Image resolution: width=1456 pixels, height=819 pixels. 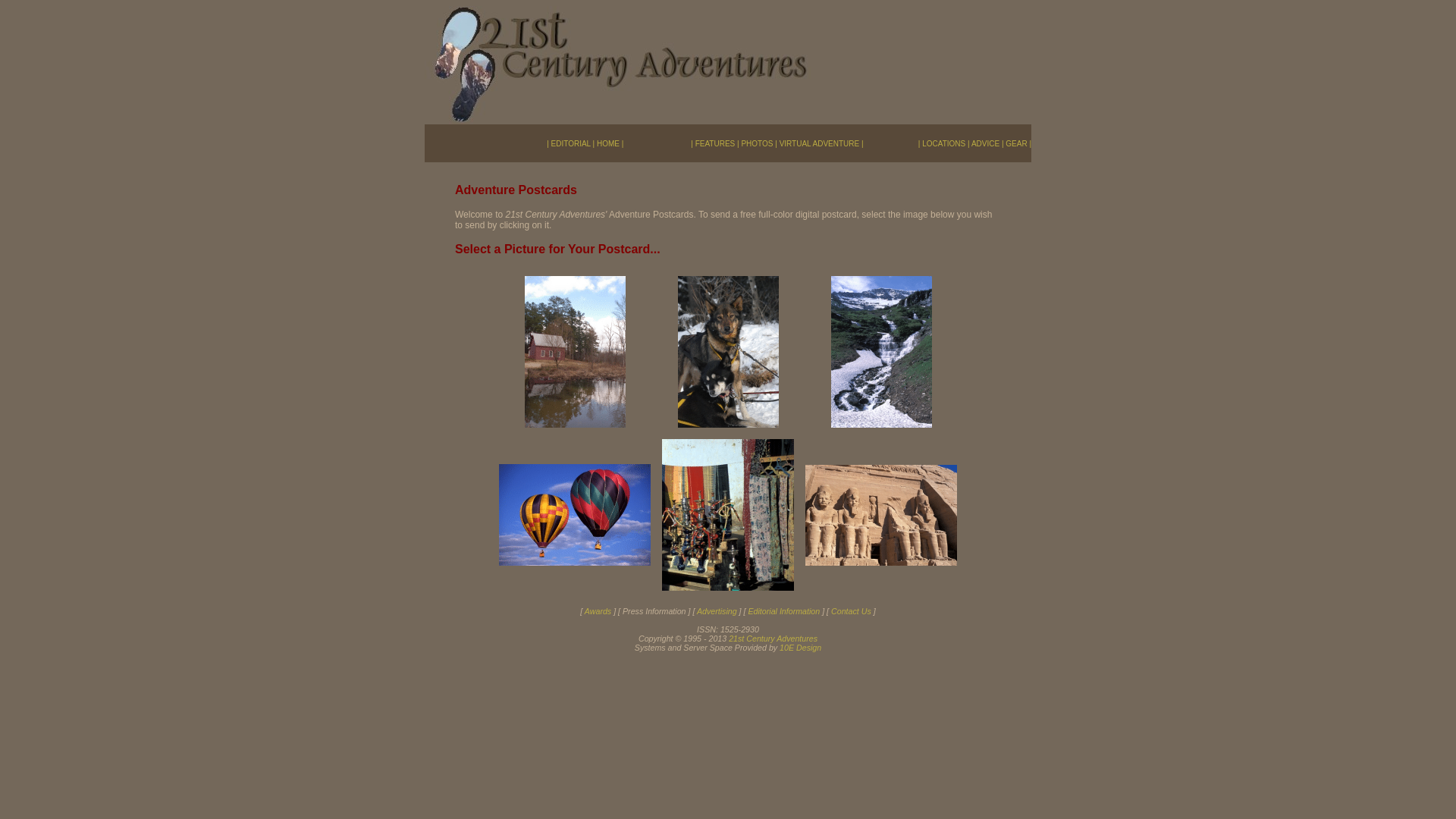 I want to click on 'LOCATIONS', so click(x=943, y=143).